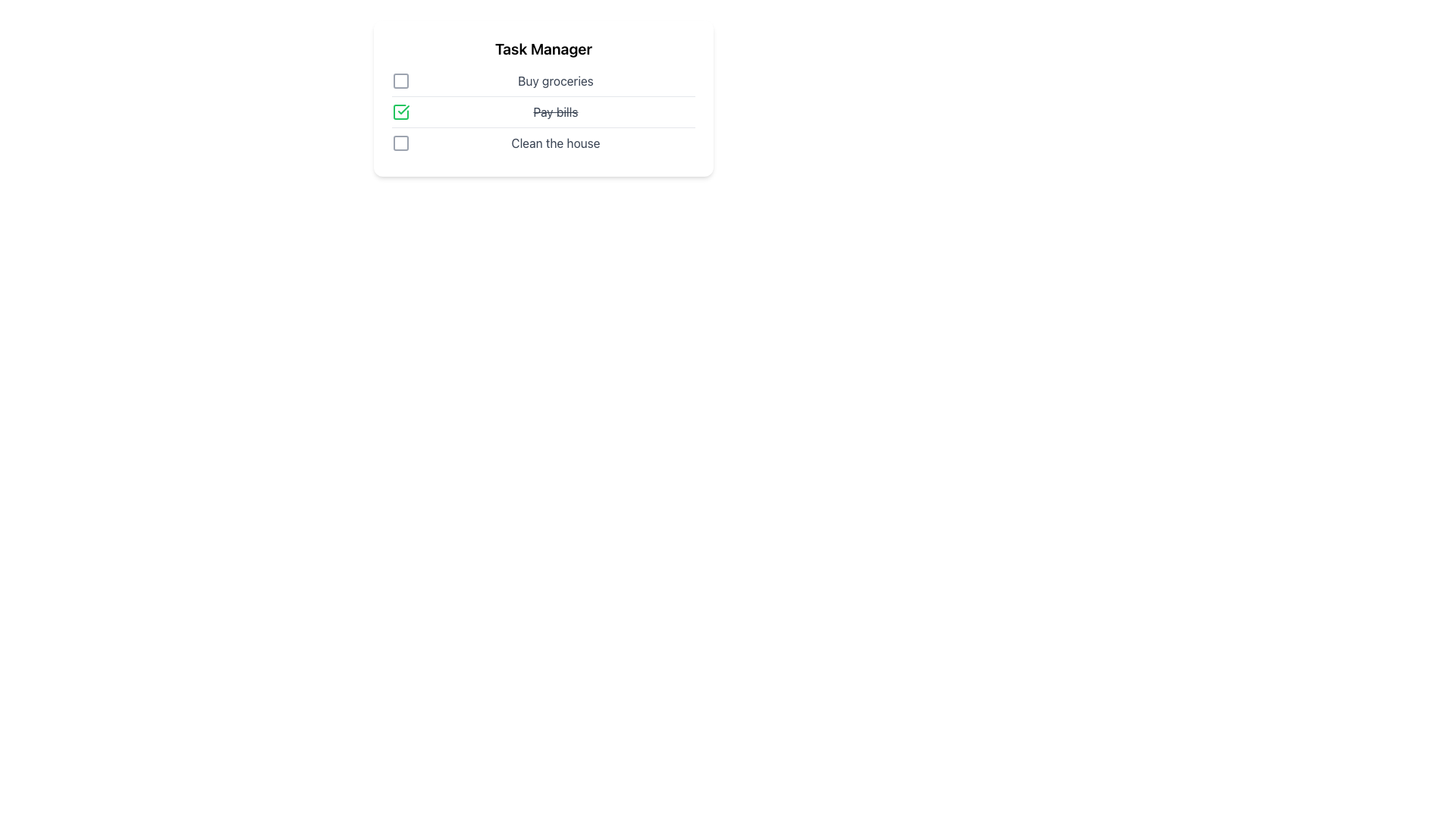 This screenshot has width=1456, height=819. Describe the element at coordinates (400, 143) in the screenshot. I see `the third icon in the task list interface related to the 'Clean the house' task` at that location.